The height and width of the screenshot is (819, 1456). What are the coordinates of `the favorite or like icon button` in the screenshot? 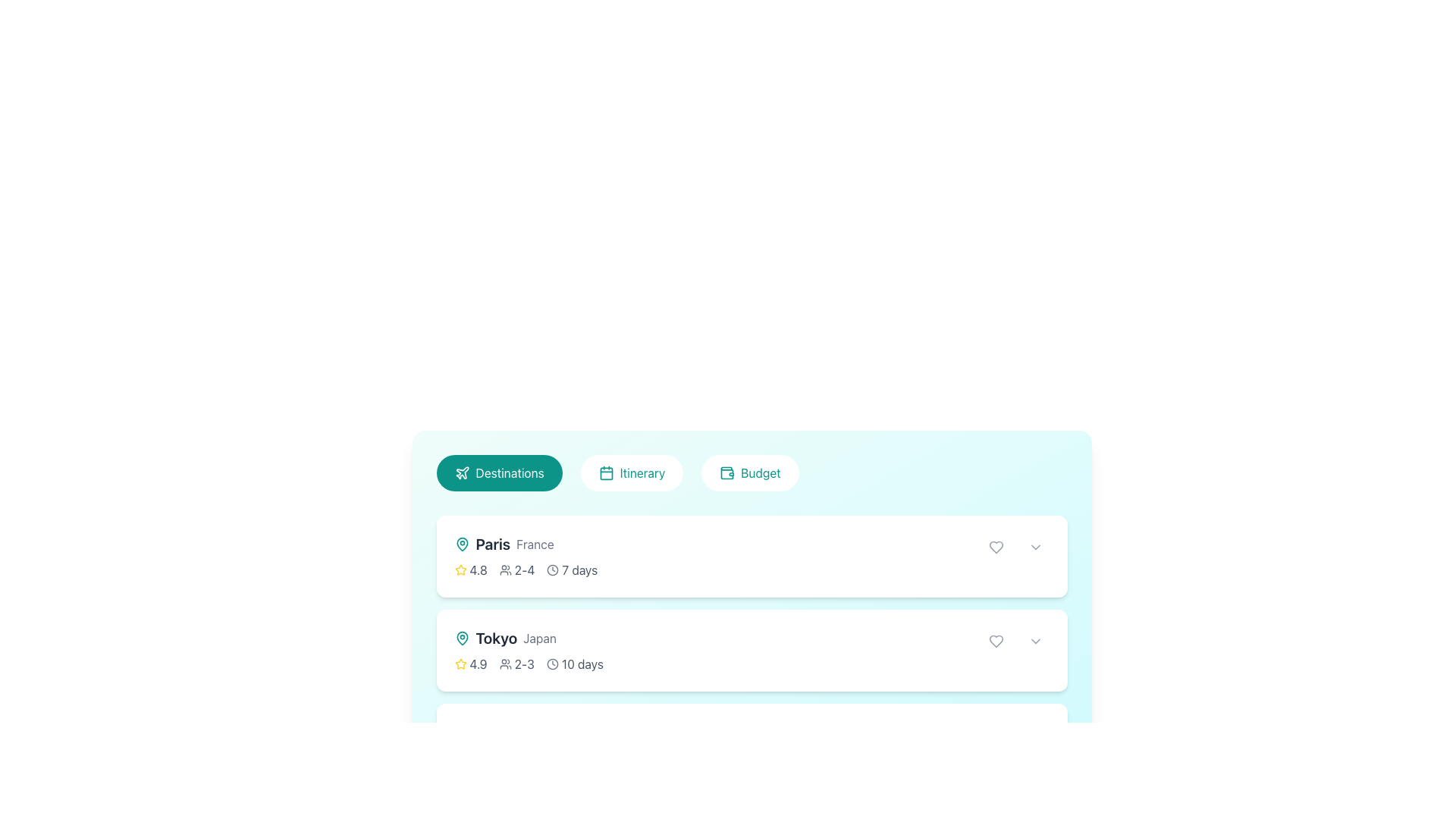 It's located at (996, 547).